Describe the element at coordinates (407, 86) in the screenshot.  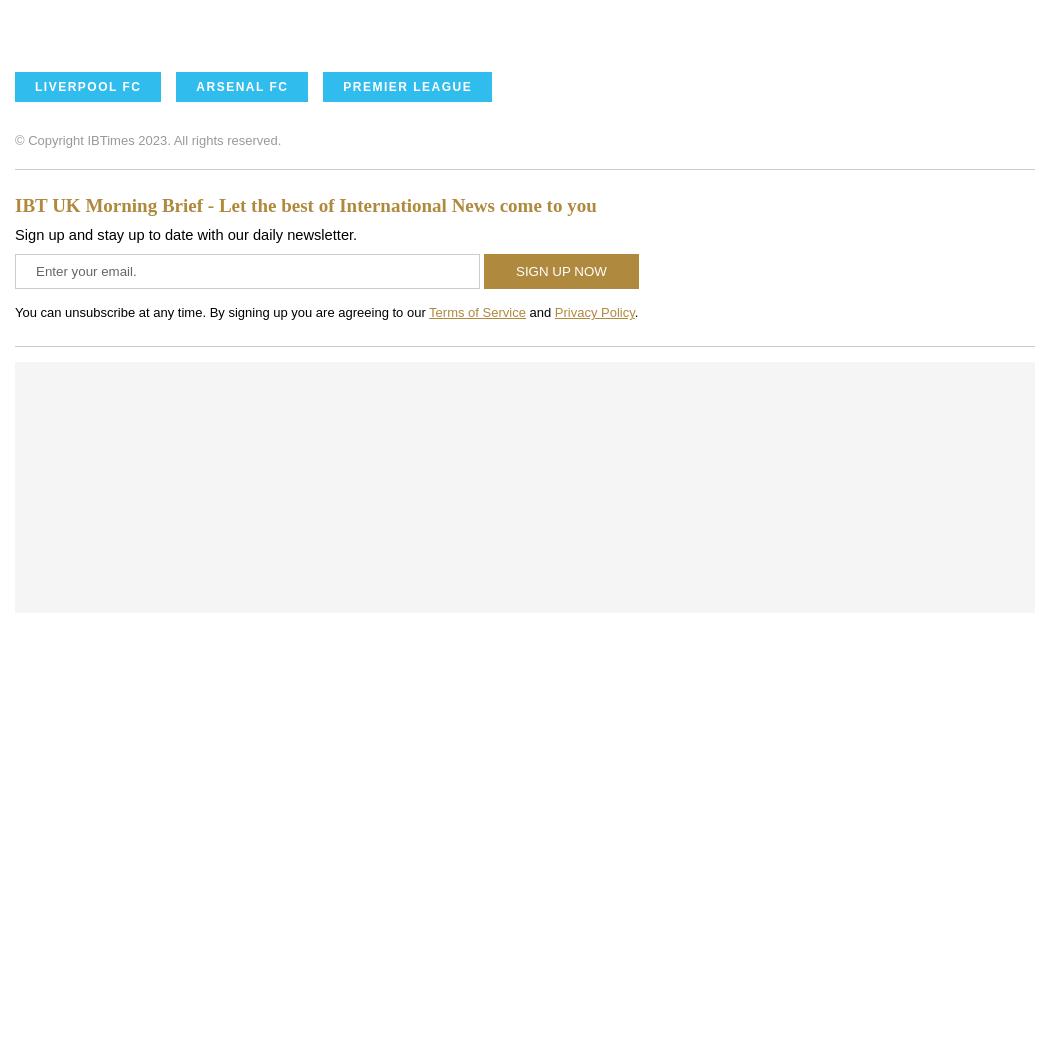
I see `'Premier League'` at that location.